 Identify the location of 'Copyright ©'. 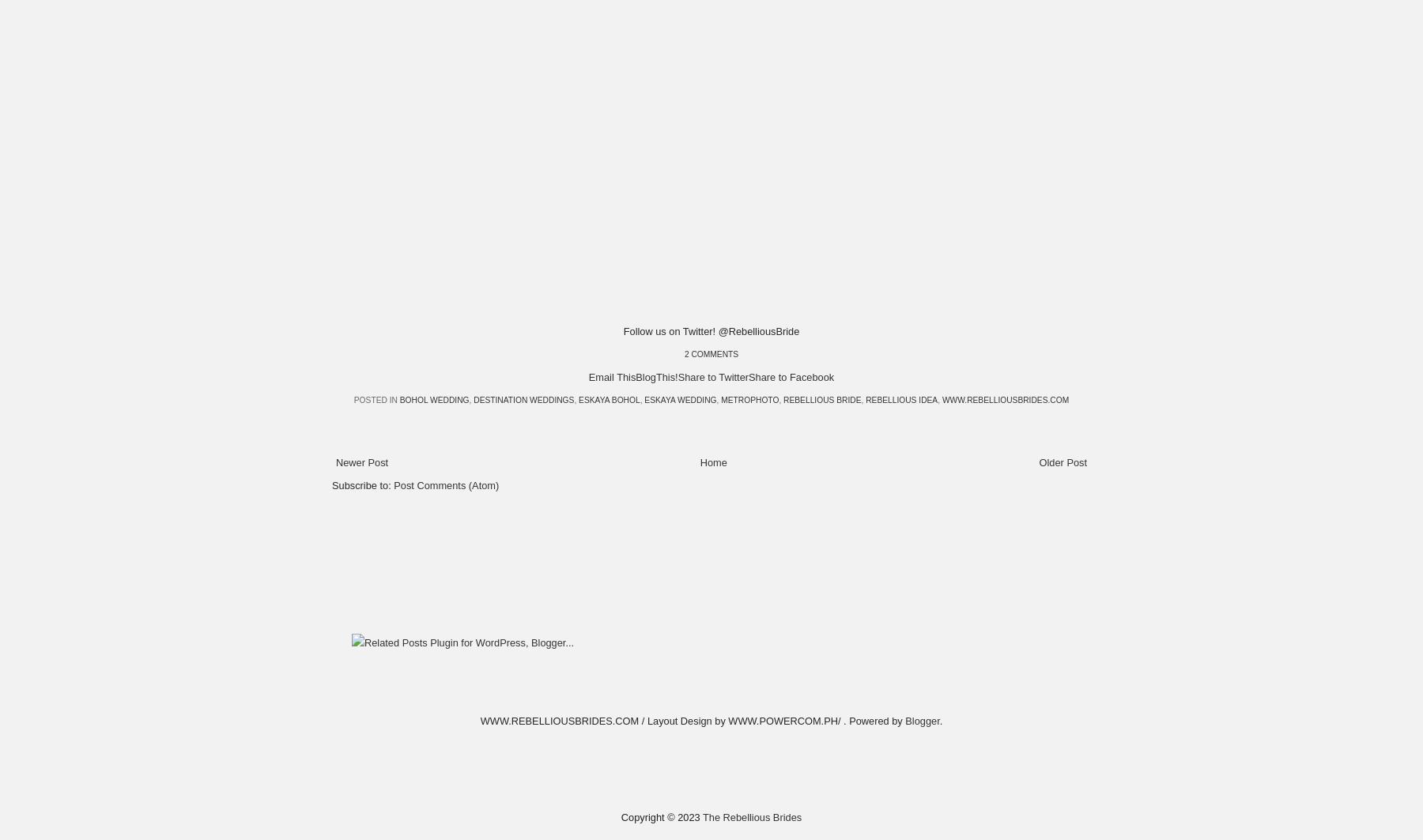
(648, 816).